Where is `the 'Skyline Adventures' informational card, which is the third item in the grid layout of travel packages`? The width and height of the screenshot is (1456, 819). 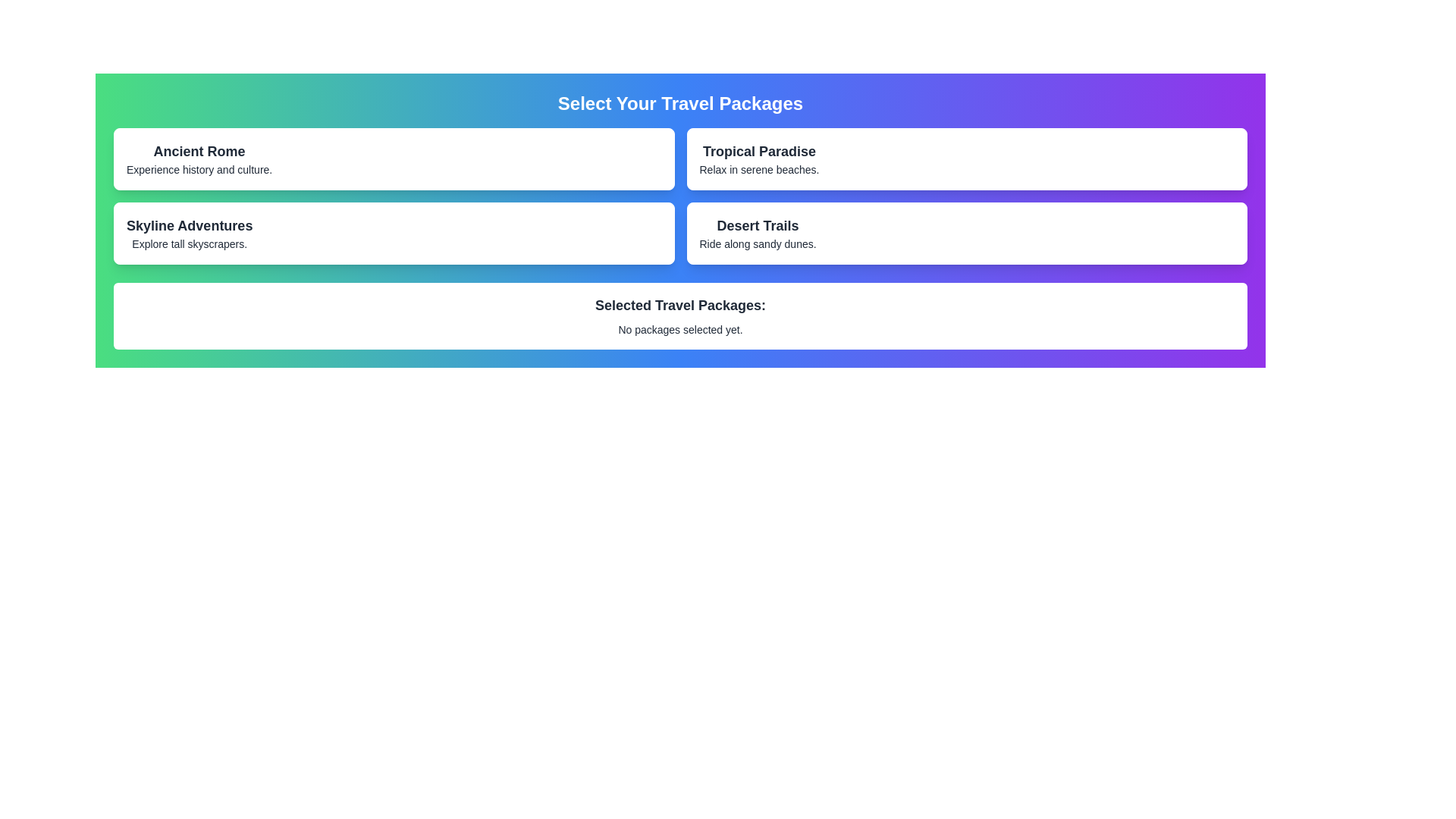 the 'Skyline Adventures' informational card, which is the third item in the grid layout of travel packages is located at coordinates (394, 234).